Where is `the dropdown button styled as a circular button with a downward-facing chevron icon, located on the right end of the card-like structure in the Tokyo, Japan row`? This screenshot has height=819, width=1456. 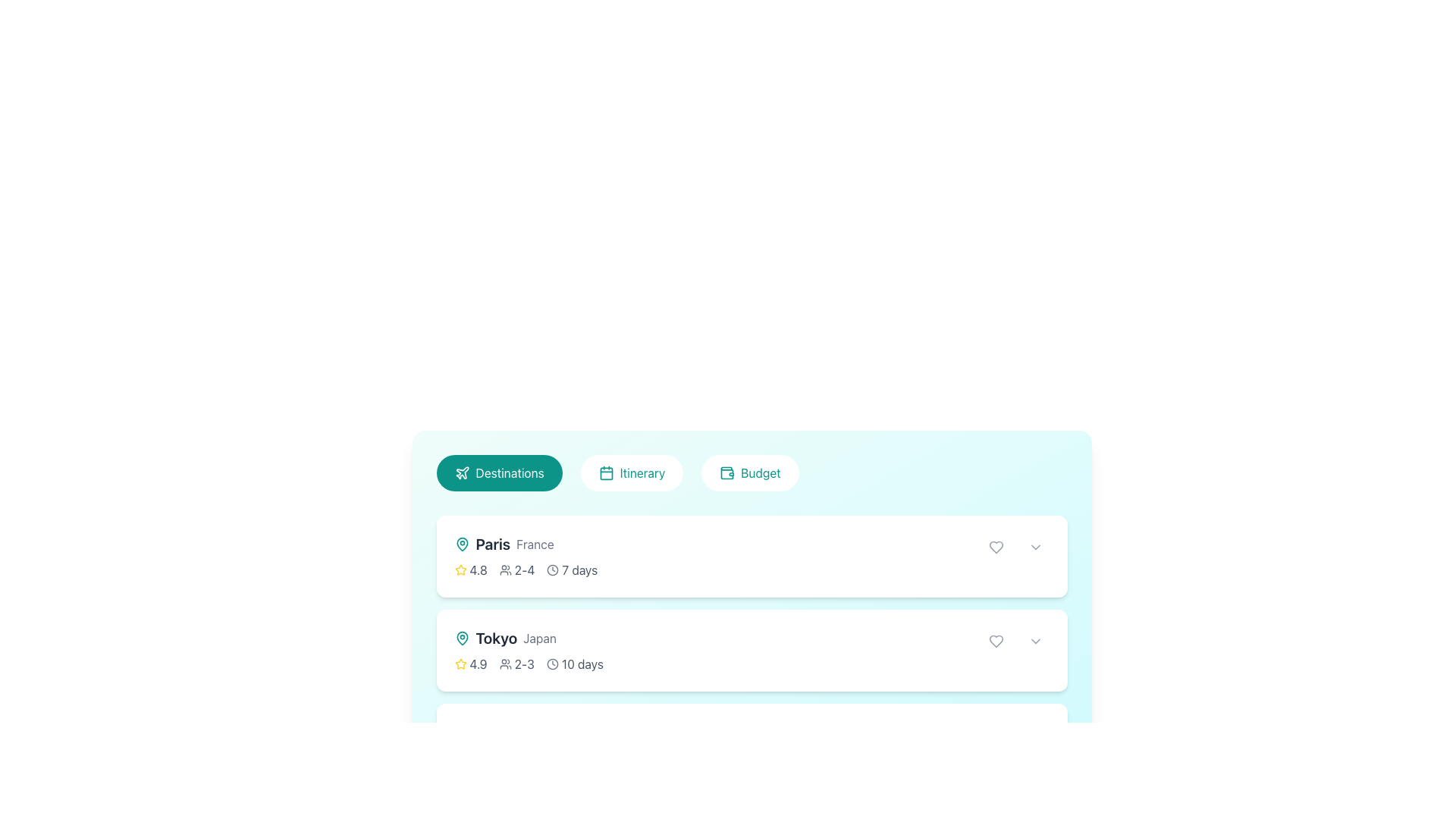 the dropdown button styled as a circular button with a downward-facing chevron icon, located on the right end of the card-like structure in the Tokyo, Japan row is located at coordinates (1034, 641).